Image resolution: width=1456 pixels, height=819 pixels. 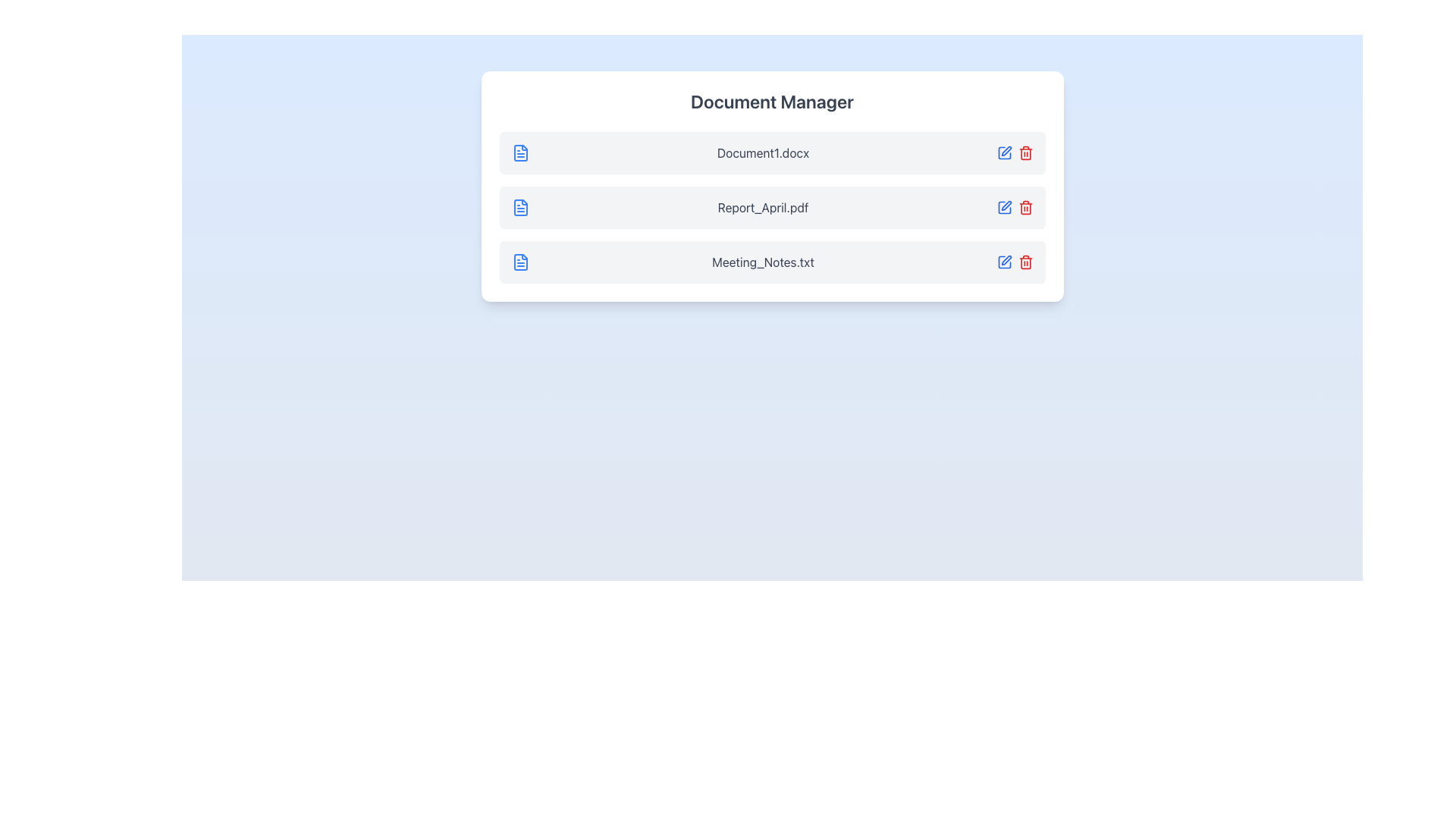 I want to click on the document icon that represents the file type, which is the first icon in the list of document entries, located to the left of 'Document1.docx', so click(x=520, y=152).